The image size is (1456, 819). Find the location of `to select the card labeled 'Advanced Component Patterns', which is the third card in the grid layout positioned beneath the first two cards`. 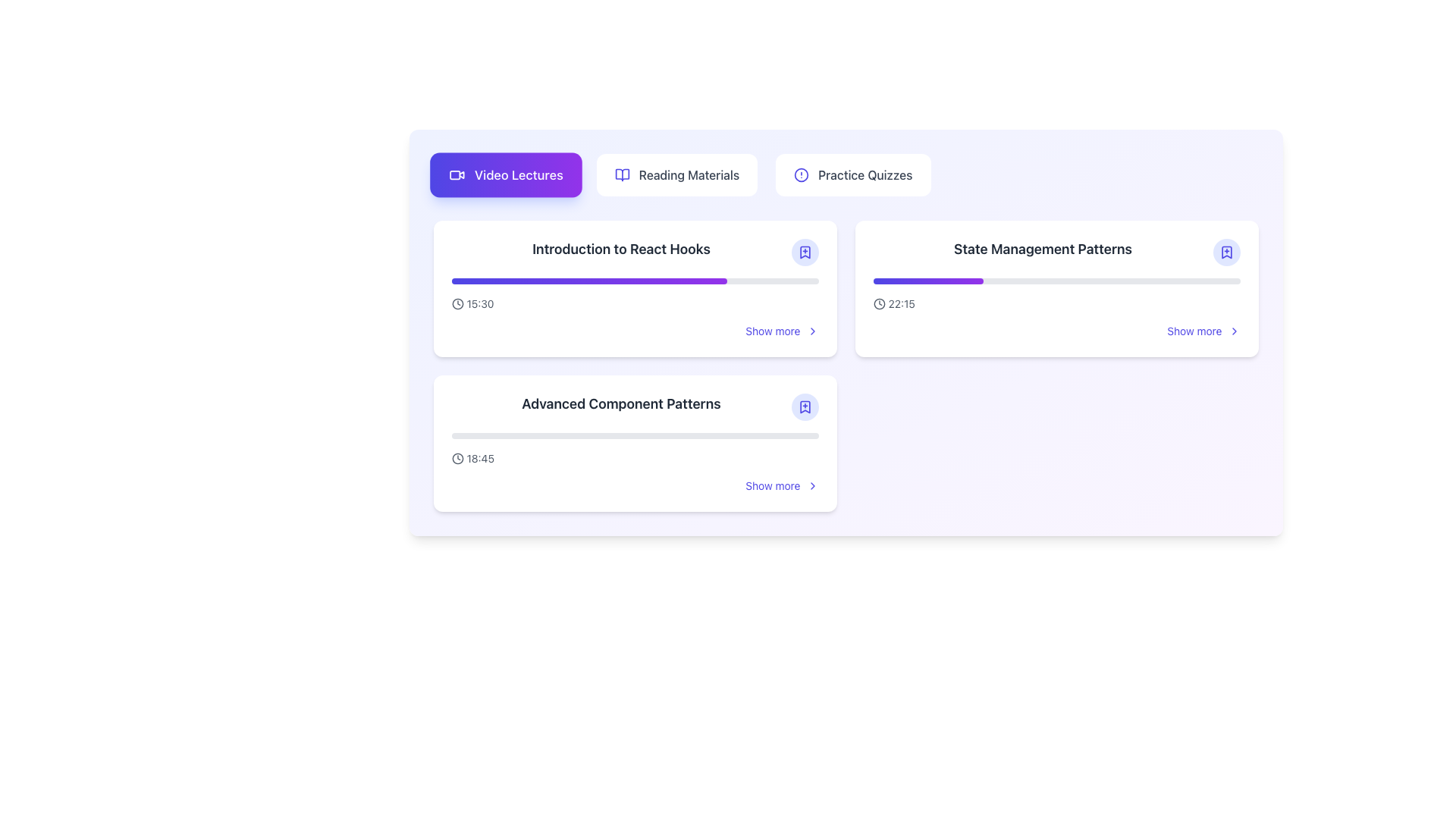

to select the card labeled 'Advanced Component Patterns', which is the third card in the grid layout positioned beneath the first two cards is located at coordinates (635, 444).